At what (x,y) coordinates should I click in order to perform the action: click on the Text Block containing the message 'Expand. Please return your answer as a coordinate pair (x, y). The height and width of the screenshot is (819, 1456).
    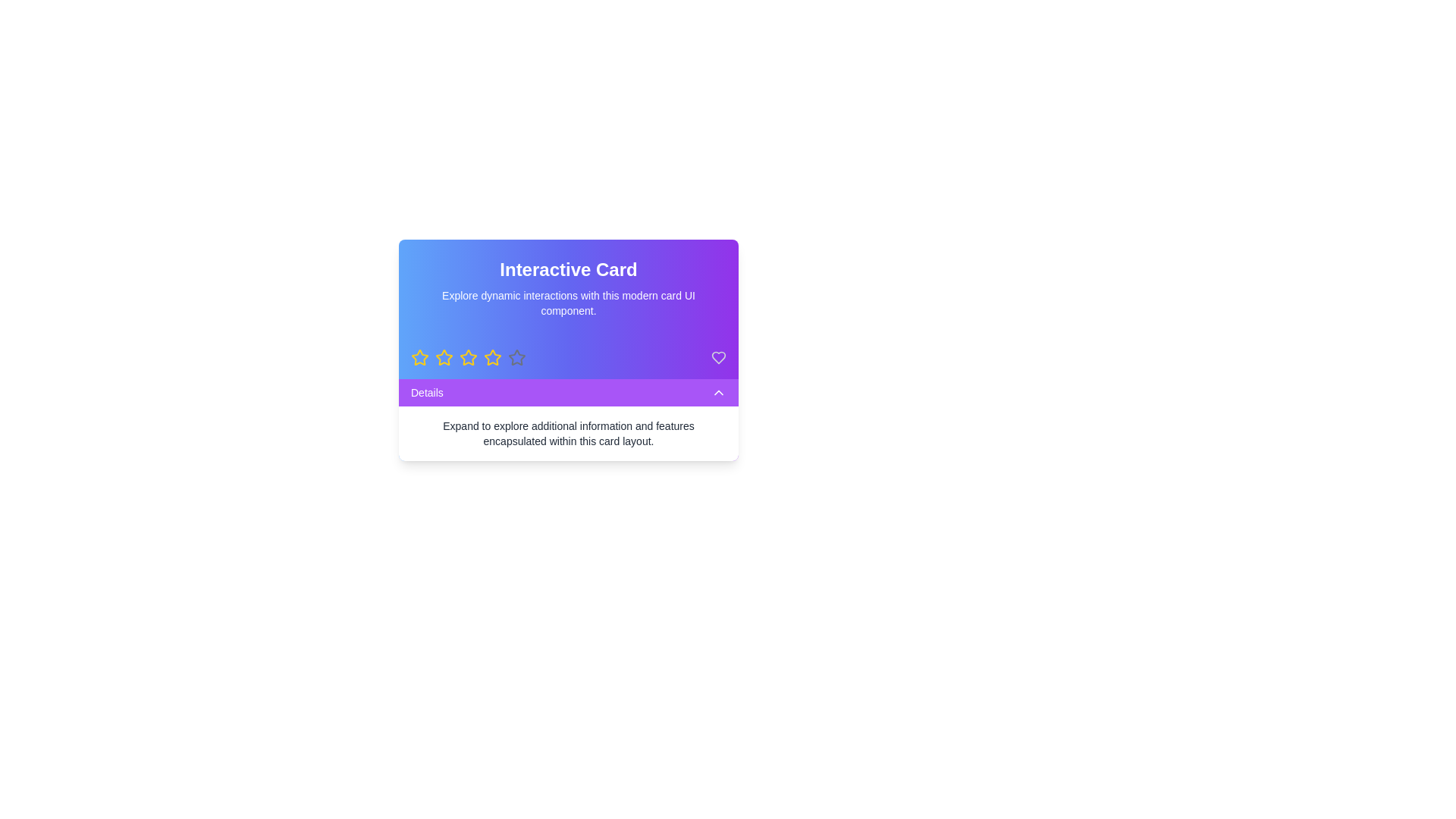
    Looking at the image, I should click on (567, 433).